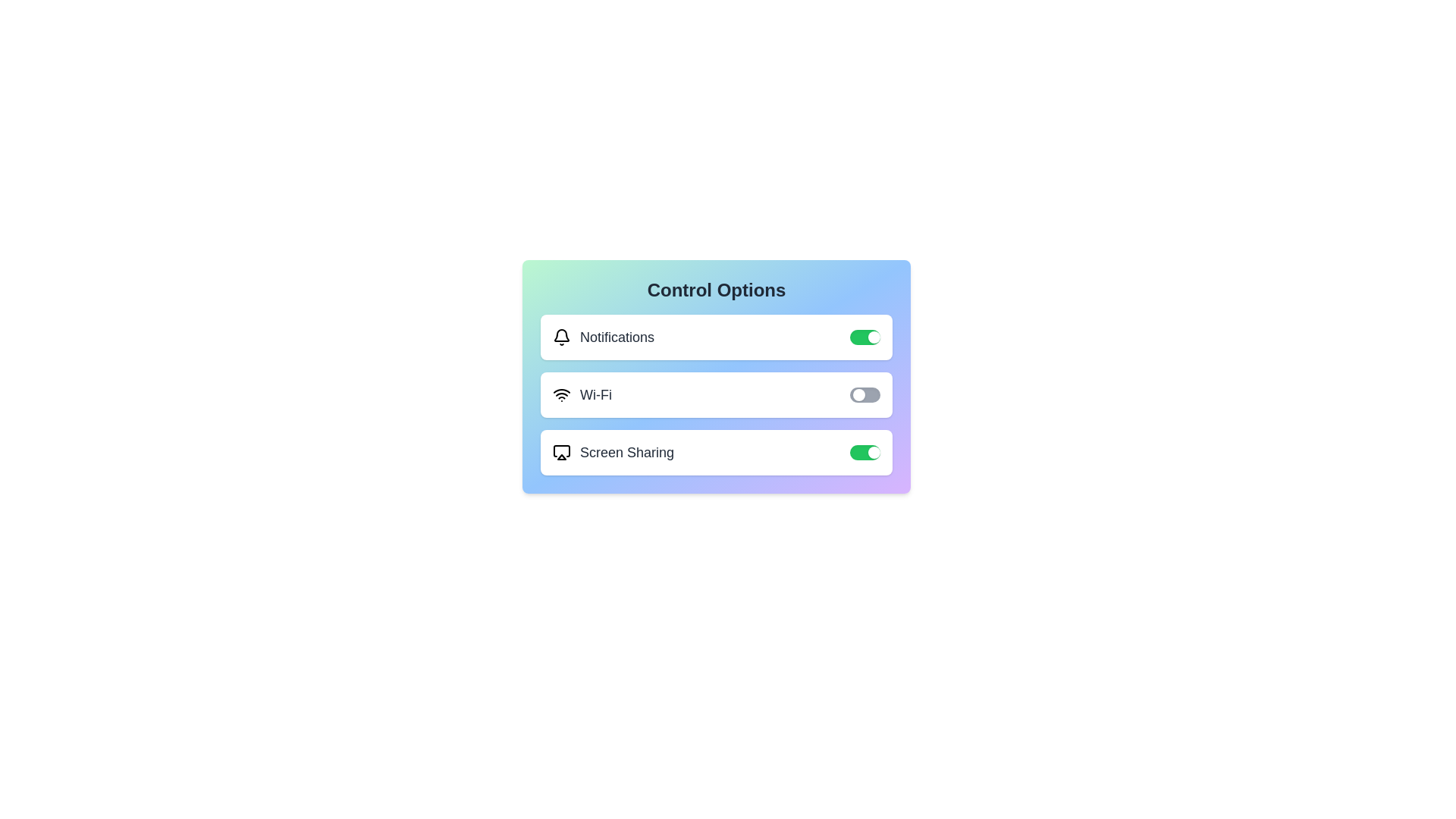 The height and width of the screenshot is (819, 1456). Describe the element at coordinates (865, 394) in the screenshot. I see `the switch corresponding to Wi-Fi` at that location.